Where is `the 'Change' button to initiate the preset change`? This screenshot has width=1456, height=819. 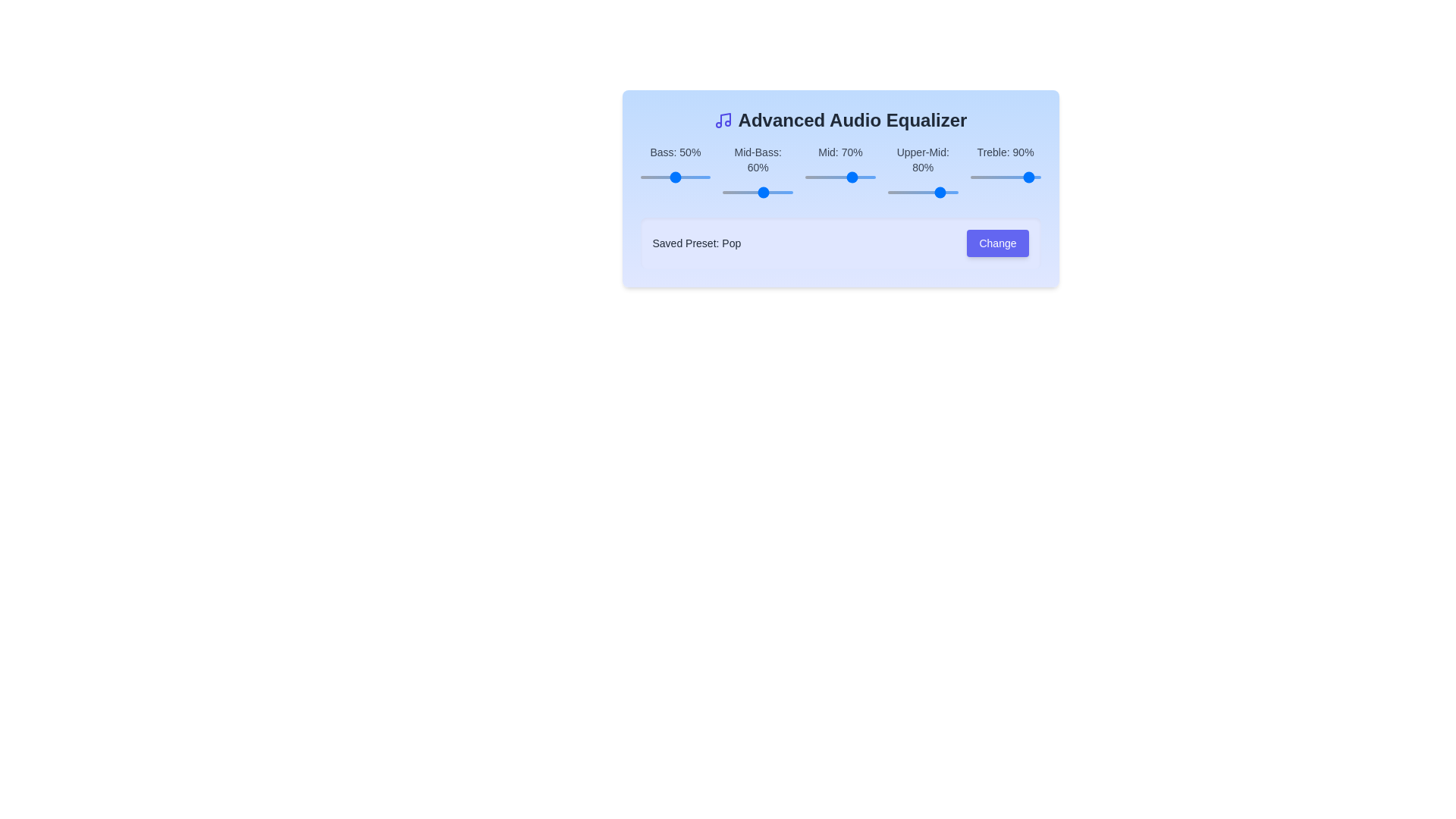 the 'Change' button to initiate the preset change is located at coordinates (997, 242).